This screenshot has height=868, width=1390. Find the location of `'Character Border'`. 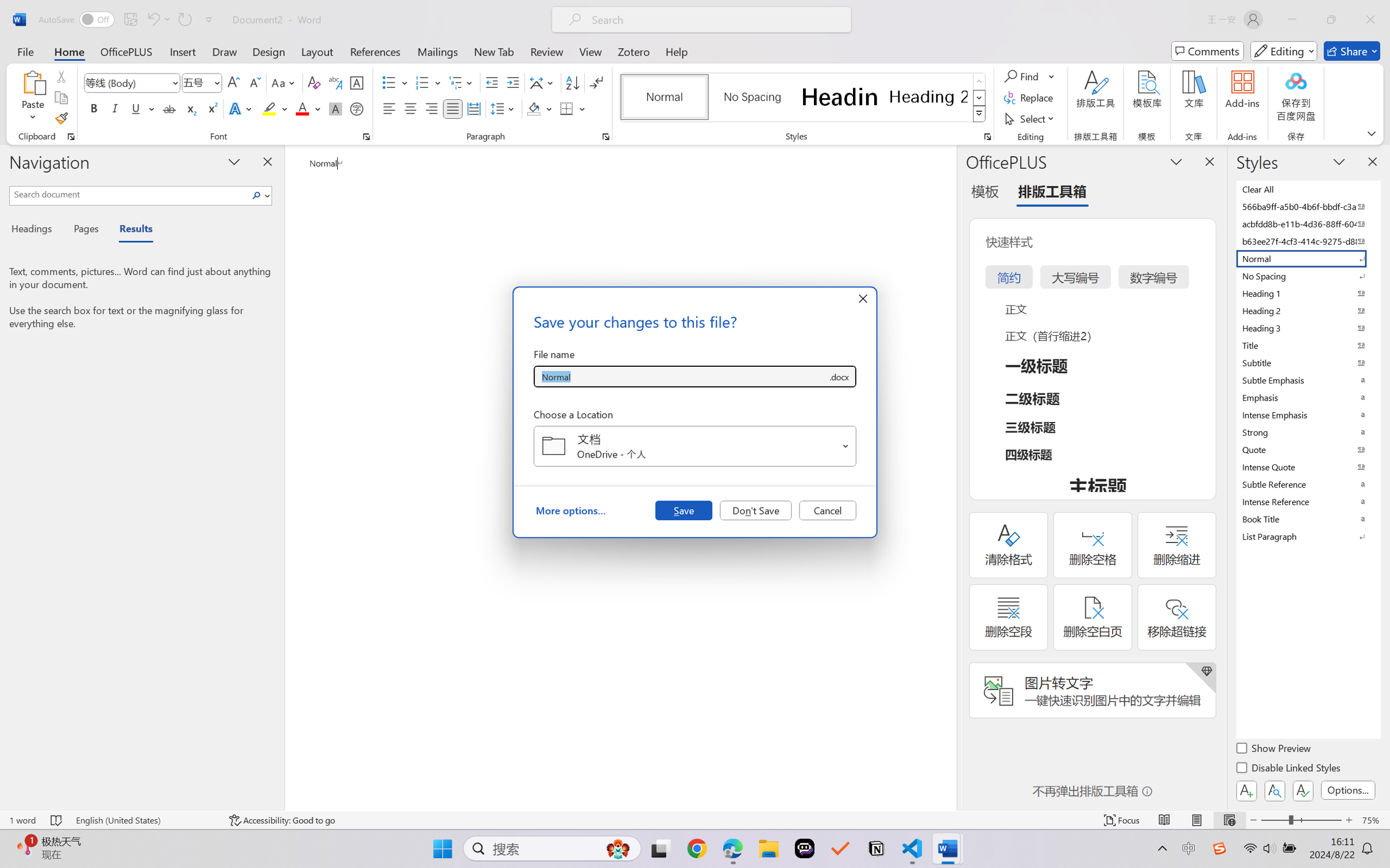

'Character Border' is located at coordinates (357, 83).